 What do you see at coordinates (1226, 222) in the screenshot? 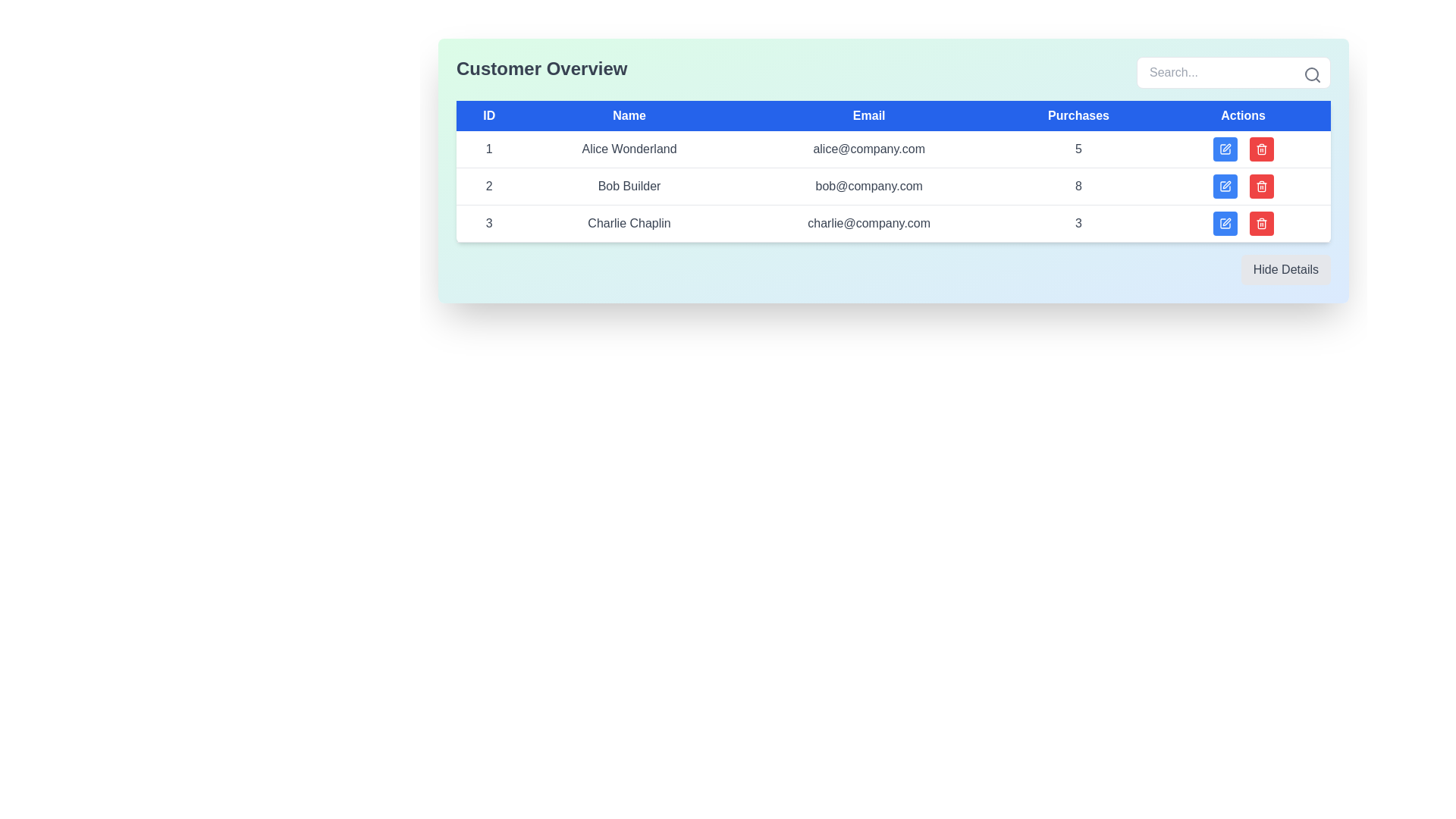
I see `the small, stylized pen-like icon located in the 'Actions' column of the third row in the table` at bounding box center [1226, 222].